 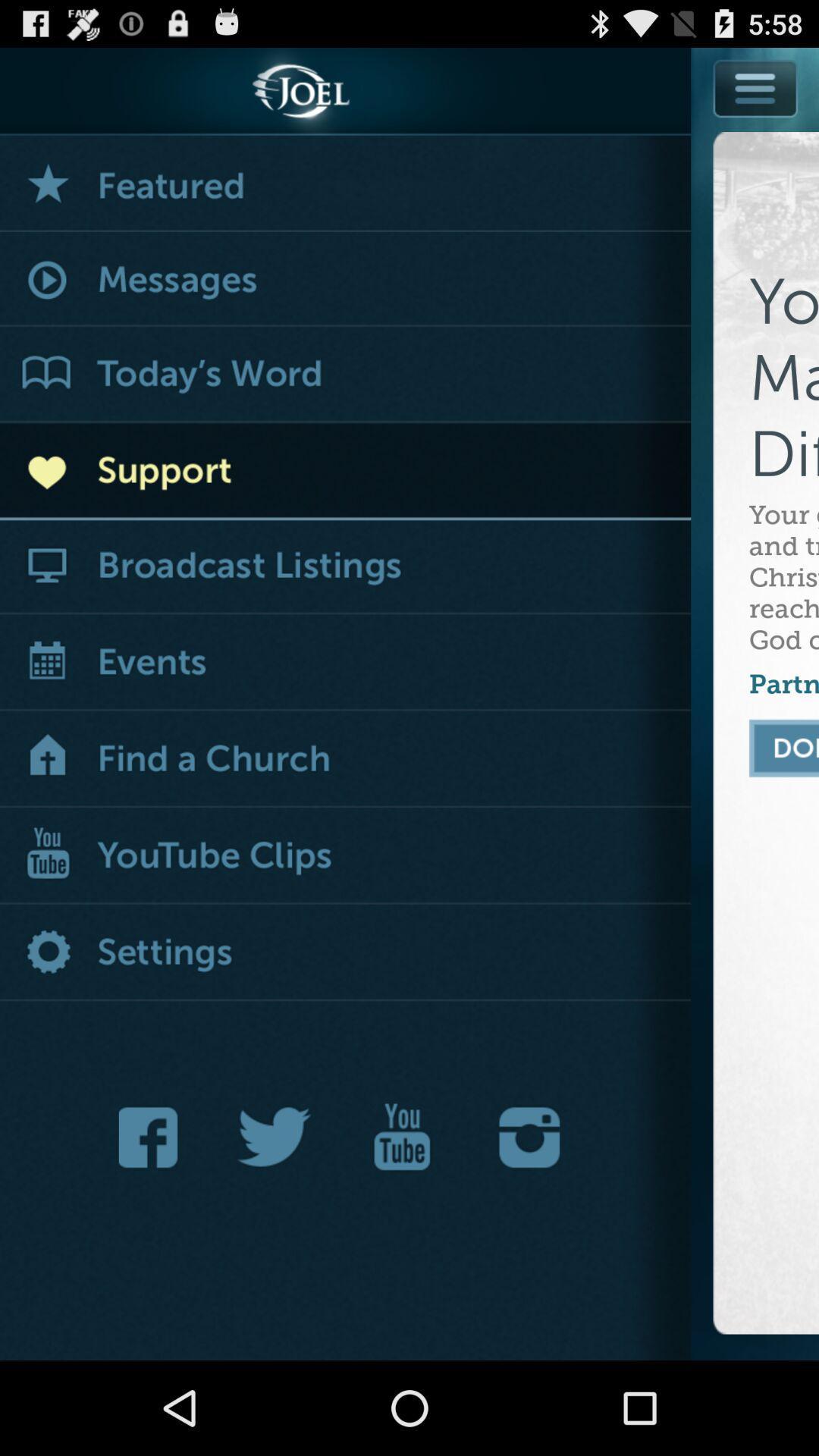 I want to click on app next to the your gift helps icon, so click(x=345, y=664).